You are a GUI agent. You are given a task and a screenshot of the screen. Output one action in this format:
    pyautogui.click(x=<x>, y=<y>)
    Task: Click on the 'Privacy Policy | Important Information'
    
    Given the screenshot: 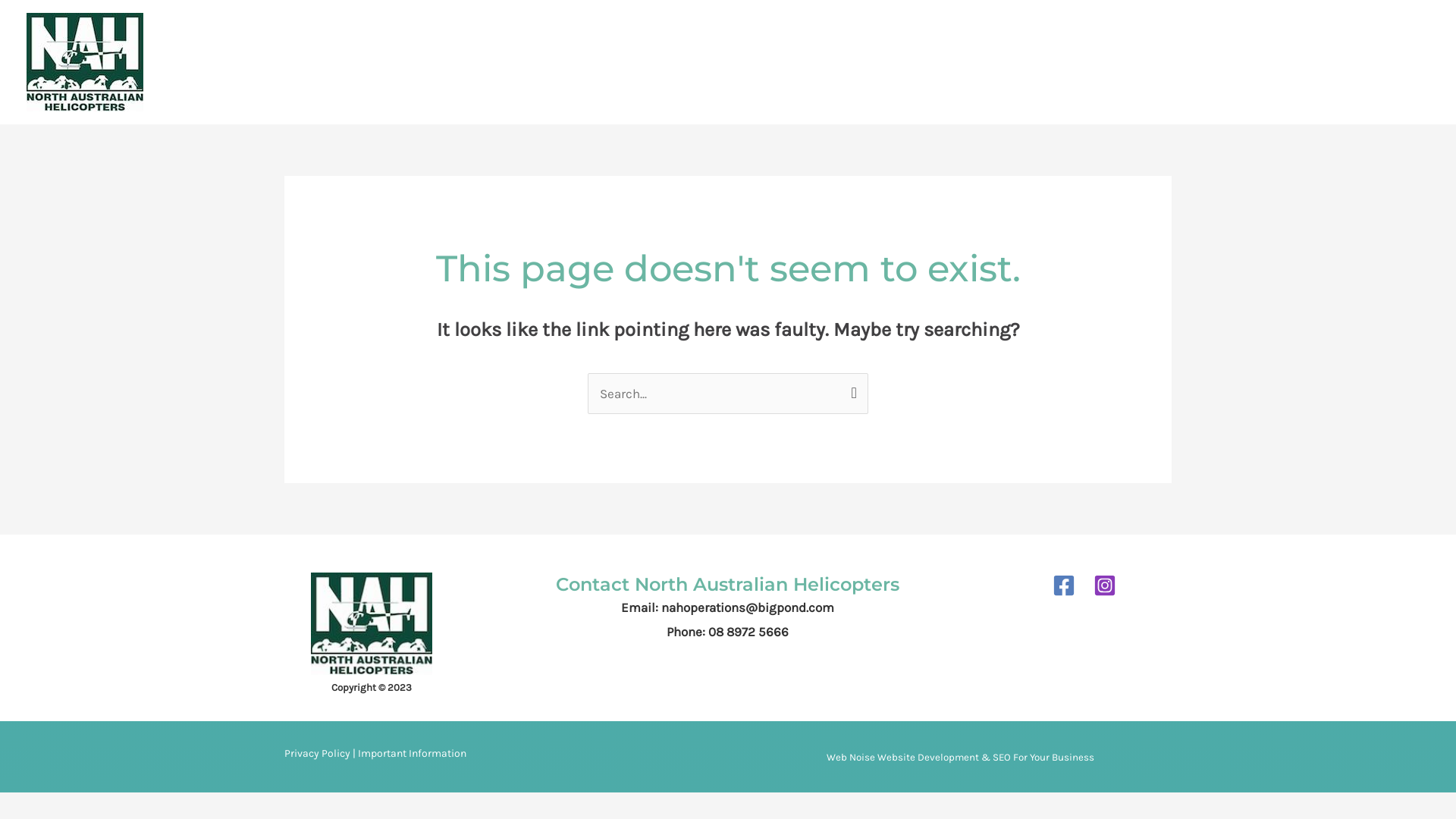 What is the action you would take?
    pyautogui.click(x=375, y=754)
    